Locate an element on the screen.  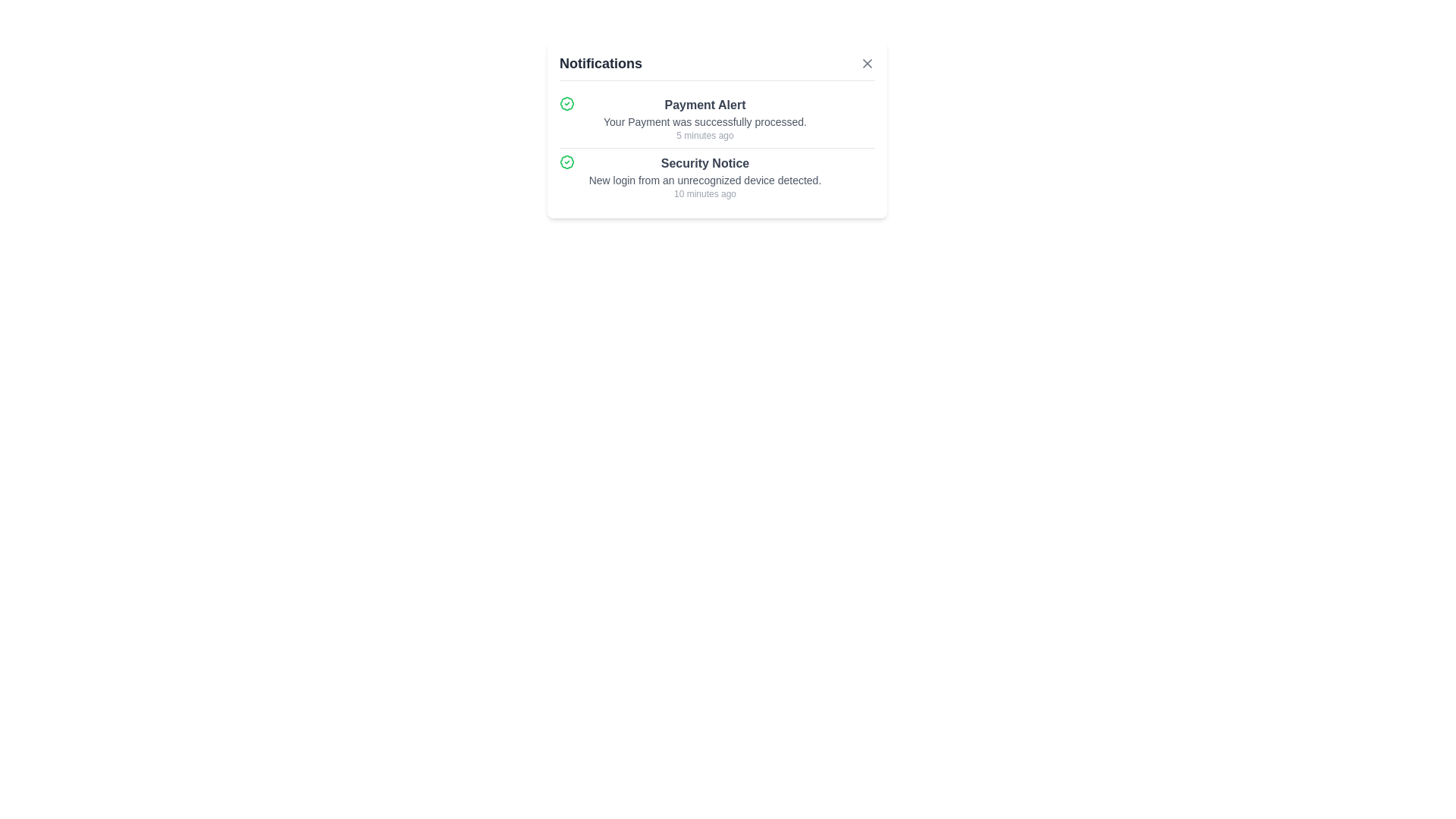
notification text 'Your Payment was successfully processed.' which is styled in a smaller gray font and located within the notification card below 'Payment Alert' is located at coordinates (704, 121).